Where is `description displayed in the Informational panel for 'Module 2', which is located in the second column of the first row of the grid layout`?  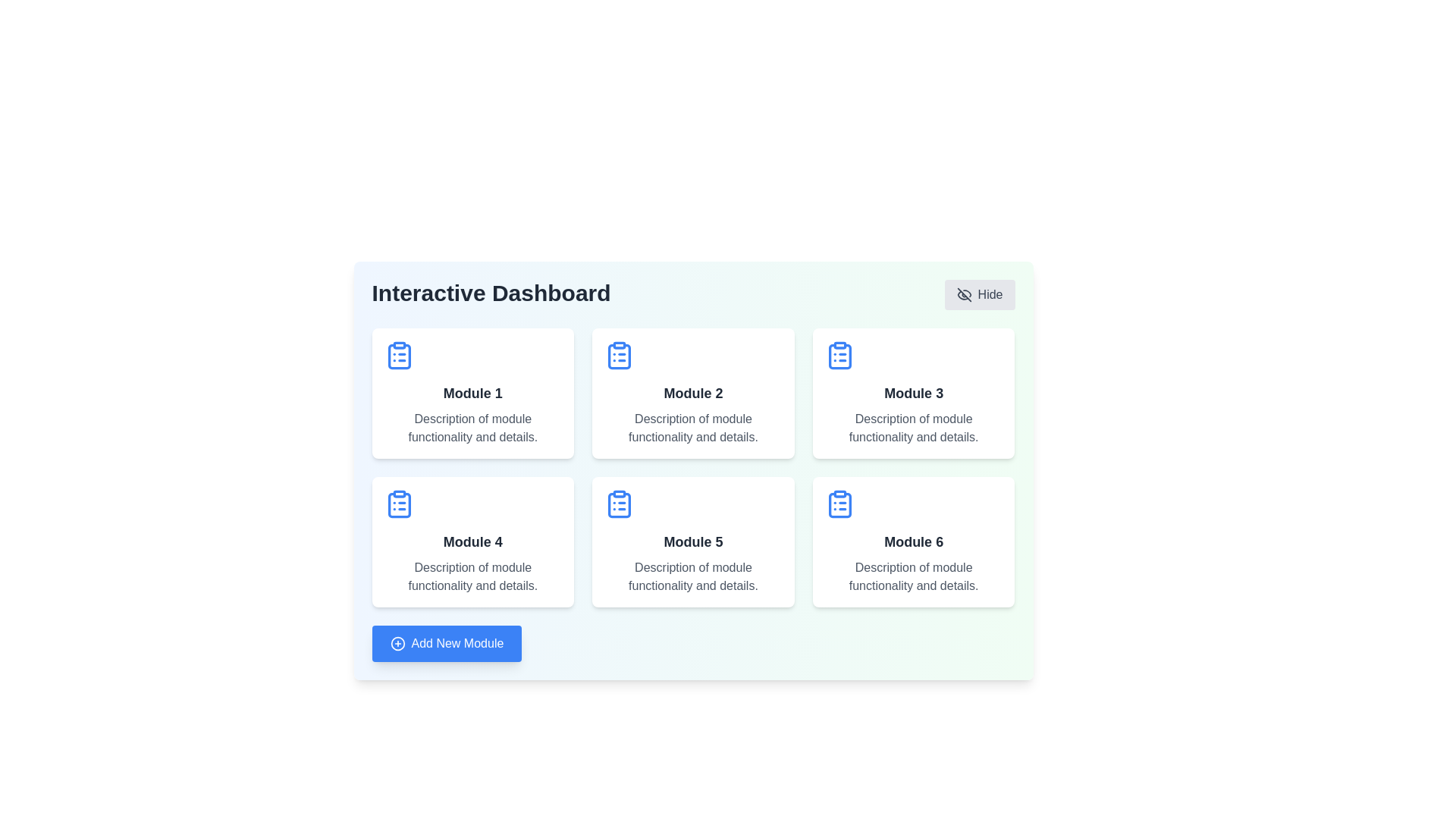 description displayed in the Informational panel for 'Module 2', which is located in the second column of the first row of the grid layout is located at coordinates (692, 393).